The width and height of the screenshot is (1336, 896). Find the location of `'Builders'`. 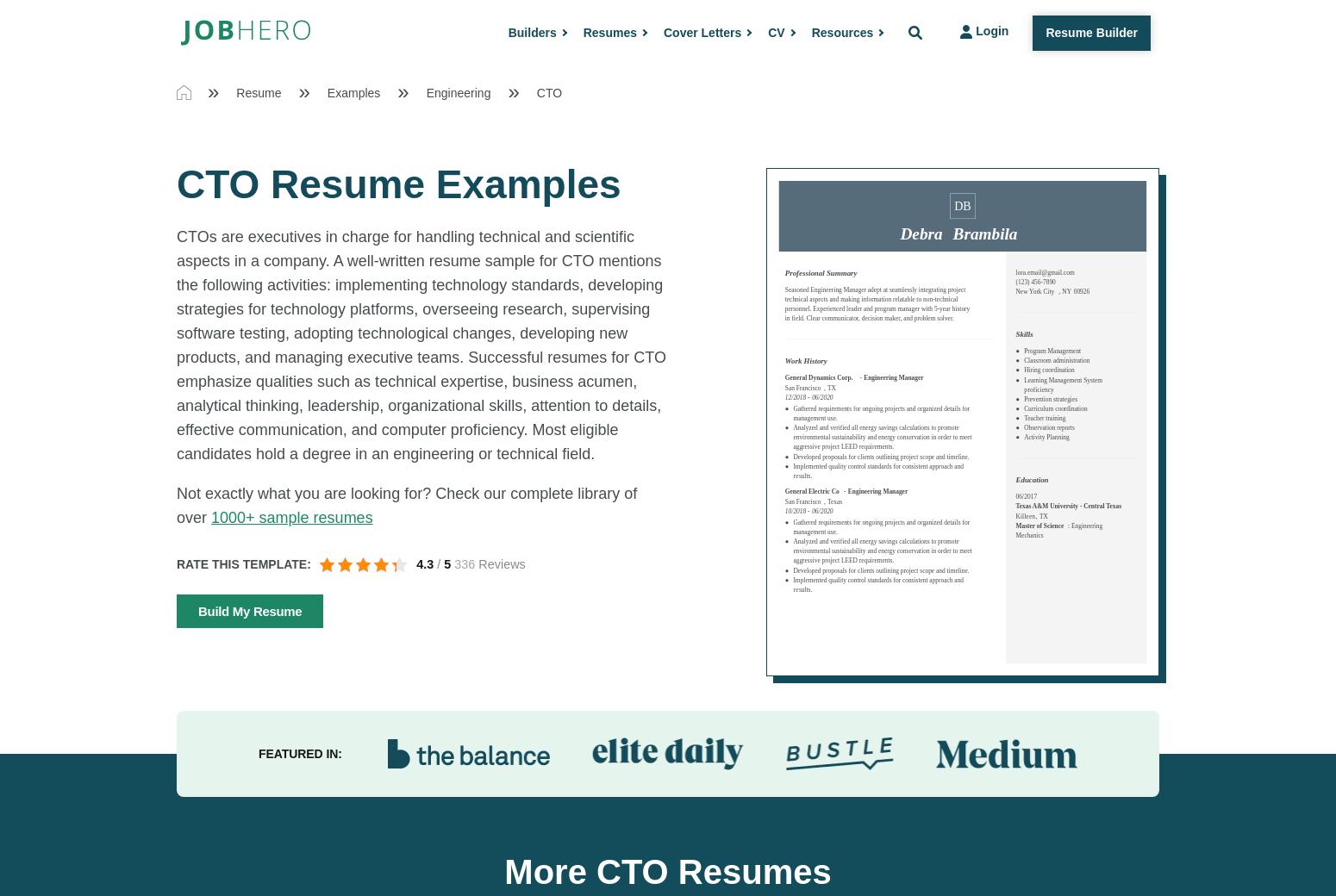

'Builders' is located at coordinates (508, 31).